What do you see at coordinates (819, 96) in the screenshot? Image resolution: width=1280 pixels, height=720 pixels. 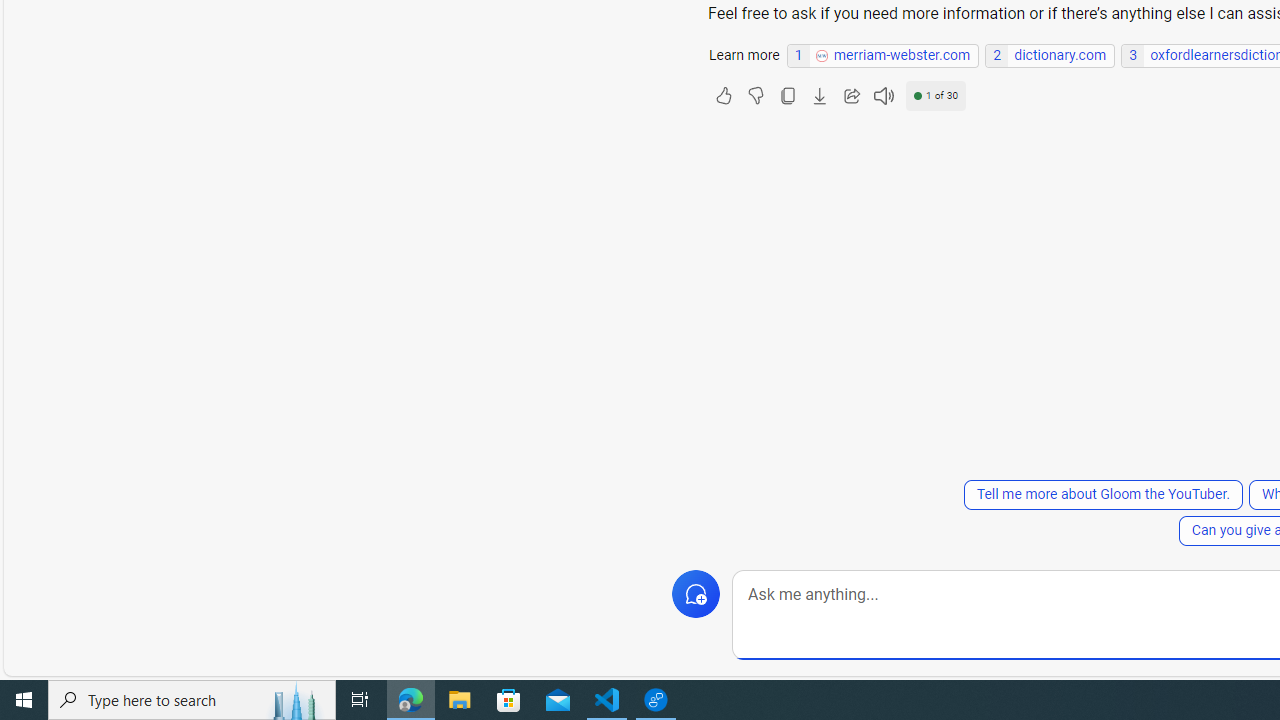 I see `'Export'` at bounding box center [819, 96].